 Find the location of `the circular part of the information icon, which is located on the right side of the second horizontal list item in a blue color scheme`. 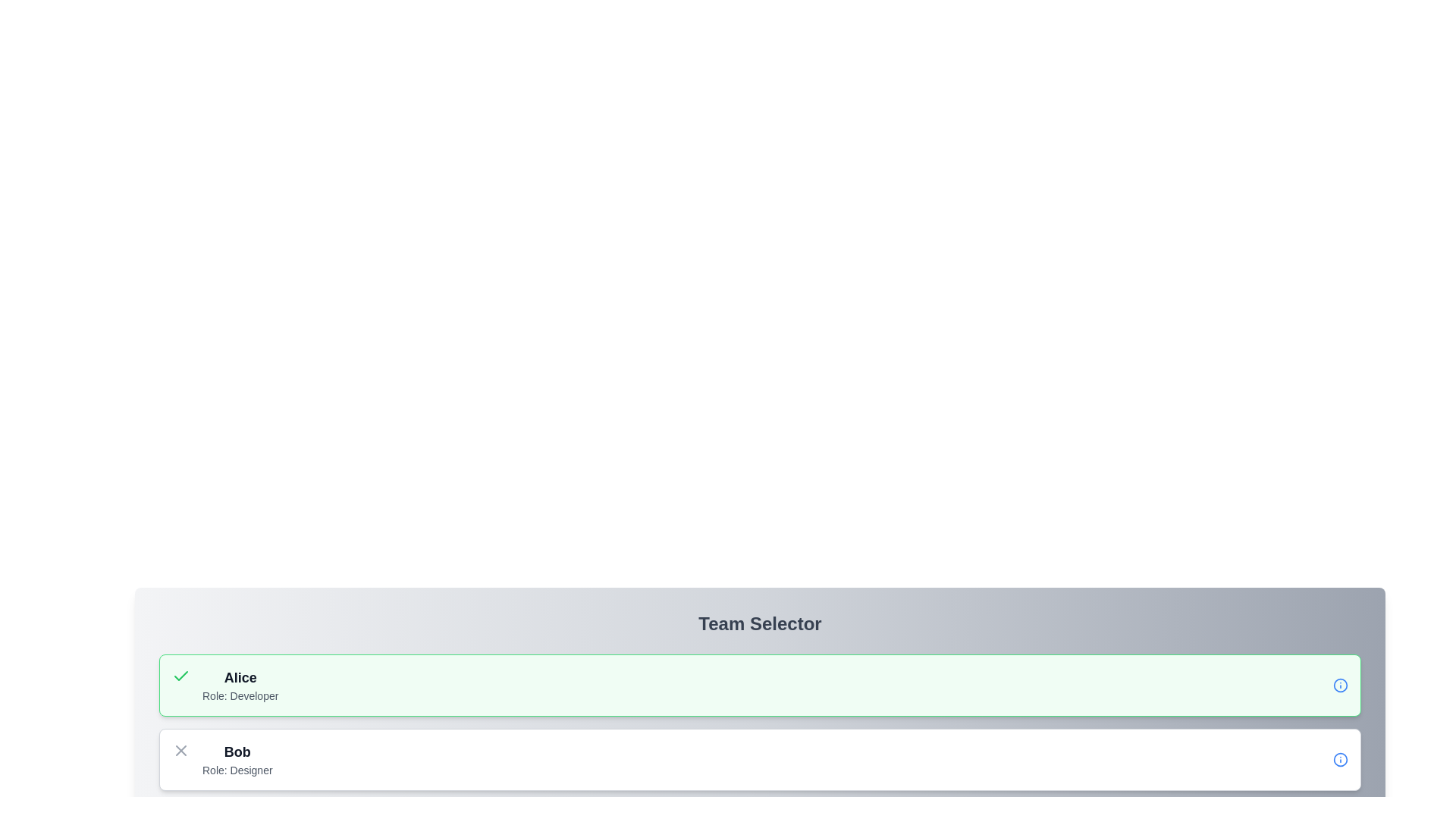

the circular part of the information icon, which is located on the right side of the second horizontal list item in a blue color scheme is located at coordinates (1340, 685).